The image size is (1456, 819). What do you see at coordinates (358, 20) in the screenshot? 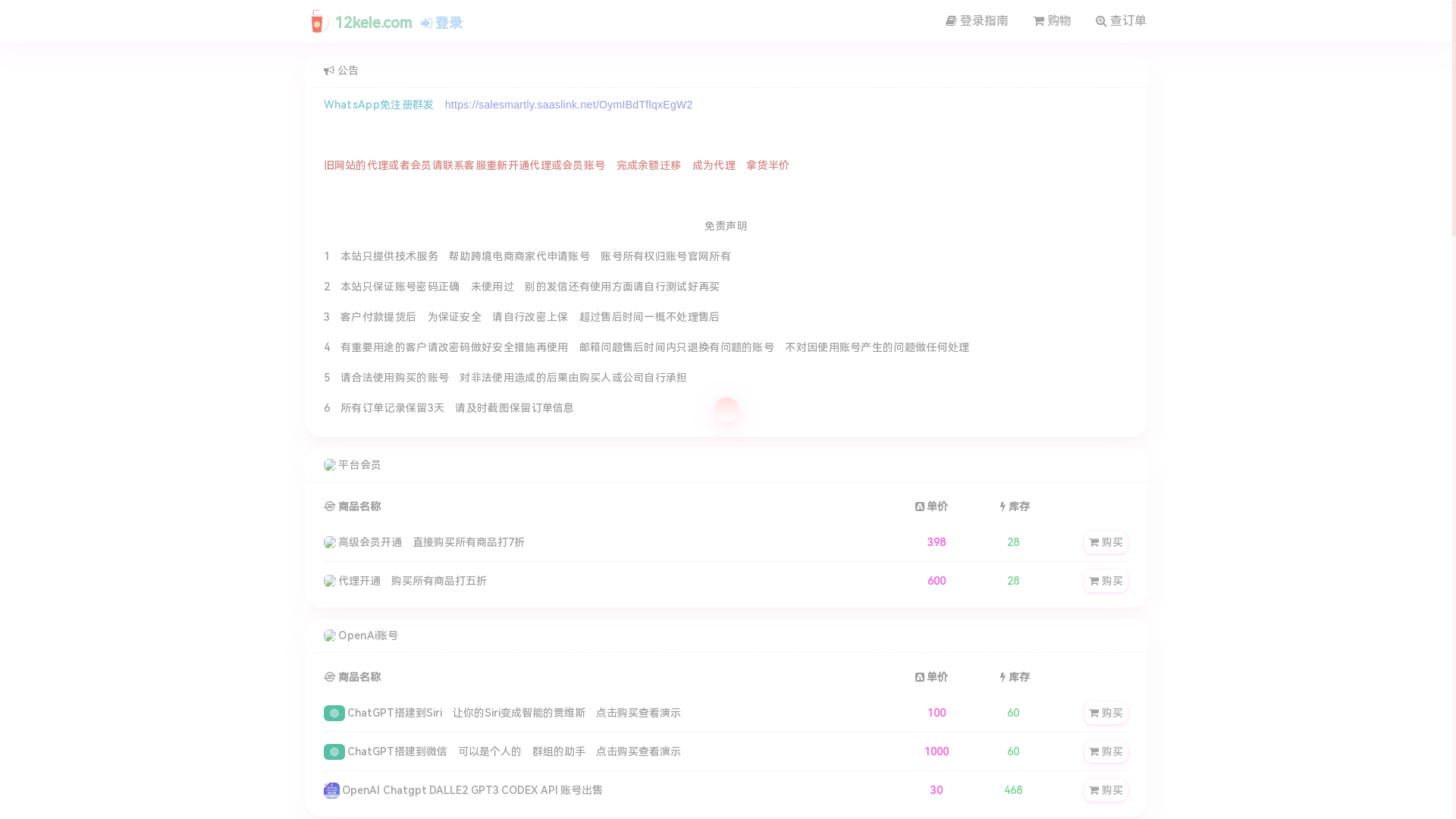
I see `'12kele.com'` at bounding box center [358, 20].